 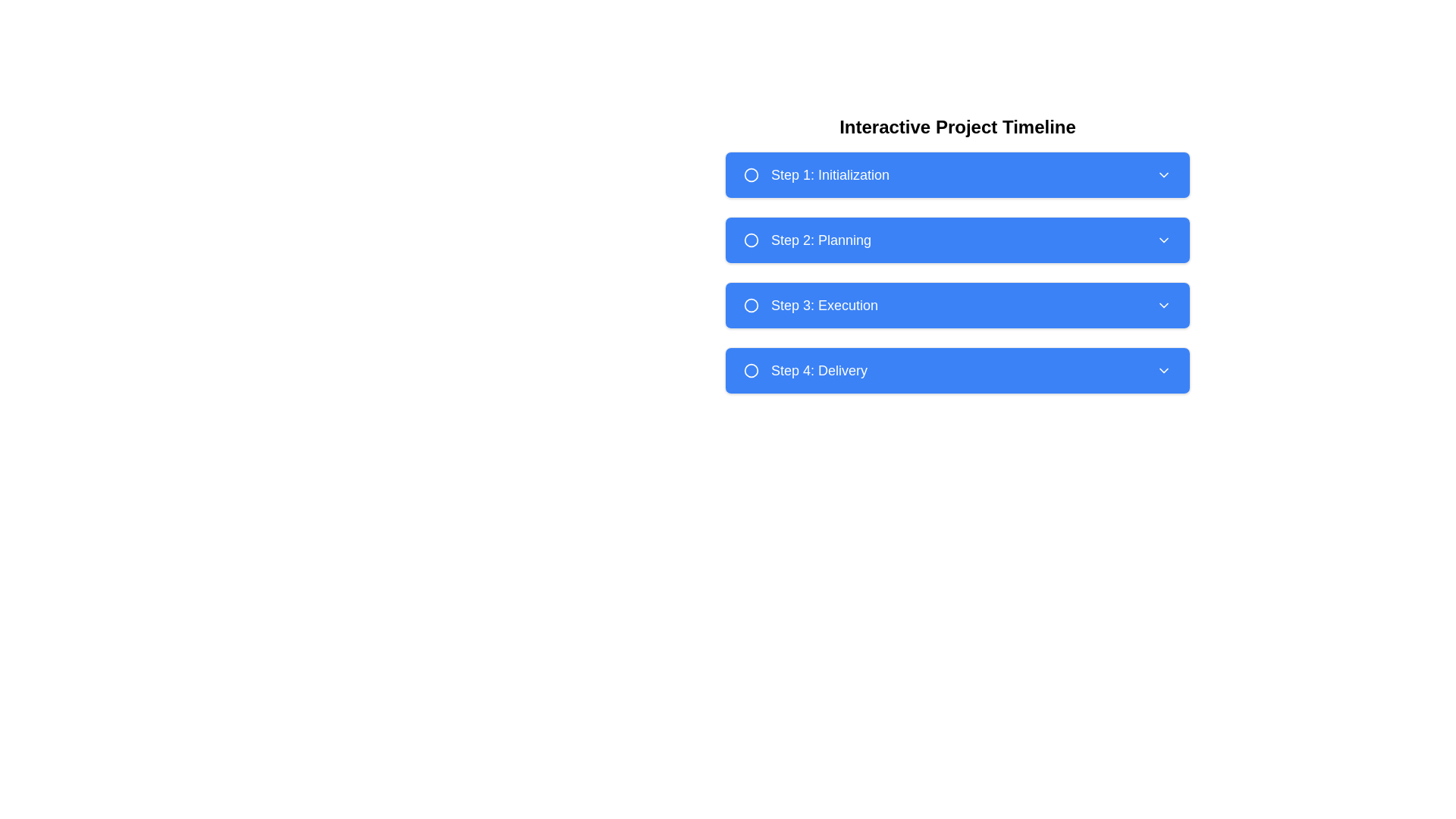 I want to click on the circular icon with a white border over a blue background, located to the left of the 'Step 4: Delivery' text in the interactive project timeline, so click(x=751, y=371).